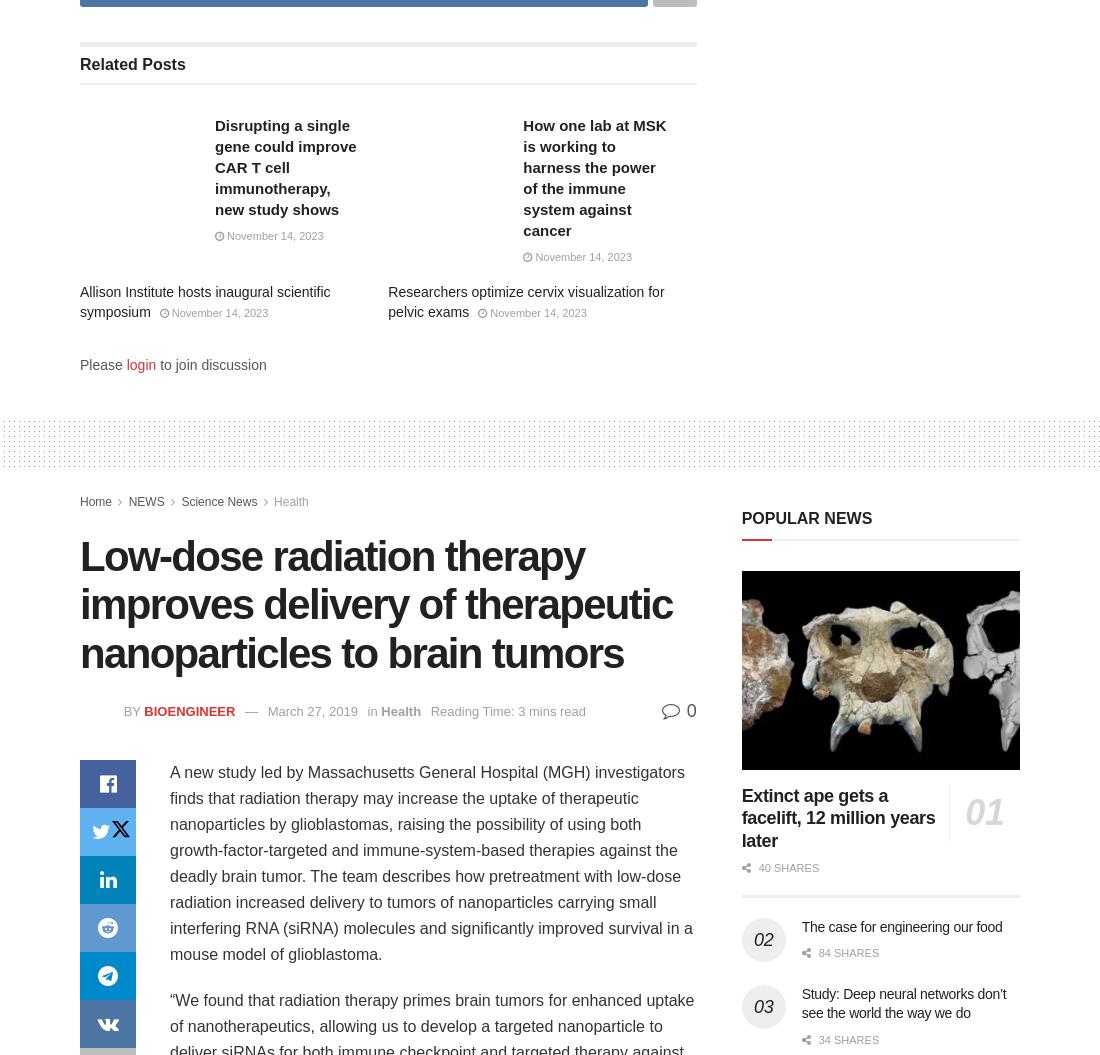  I want to click on 'Posts', so click(136, 62).